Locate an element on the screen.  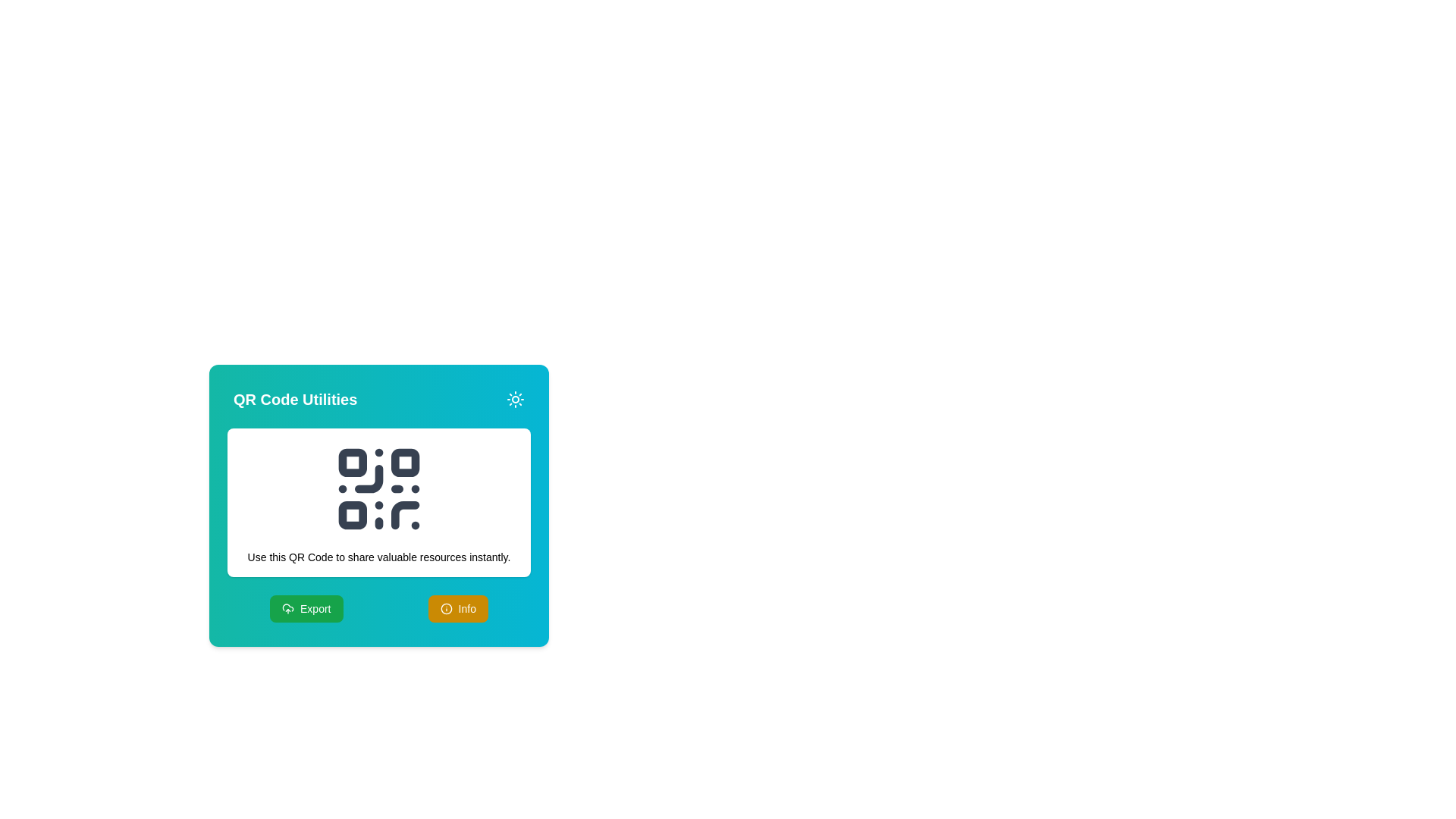
the QR code display area located within the teal-to-cyan gradient card titled 'QR Code Utilities' is located at coordinates (378, 503).